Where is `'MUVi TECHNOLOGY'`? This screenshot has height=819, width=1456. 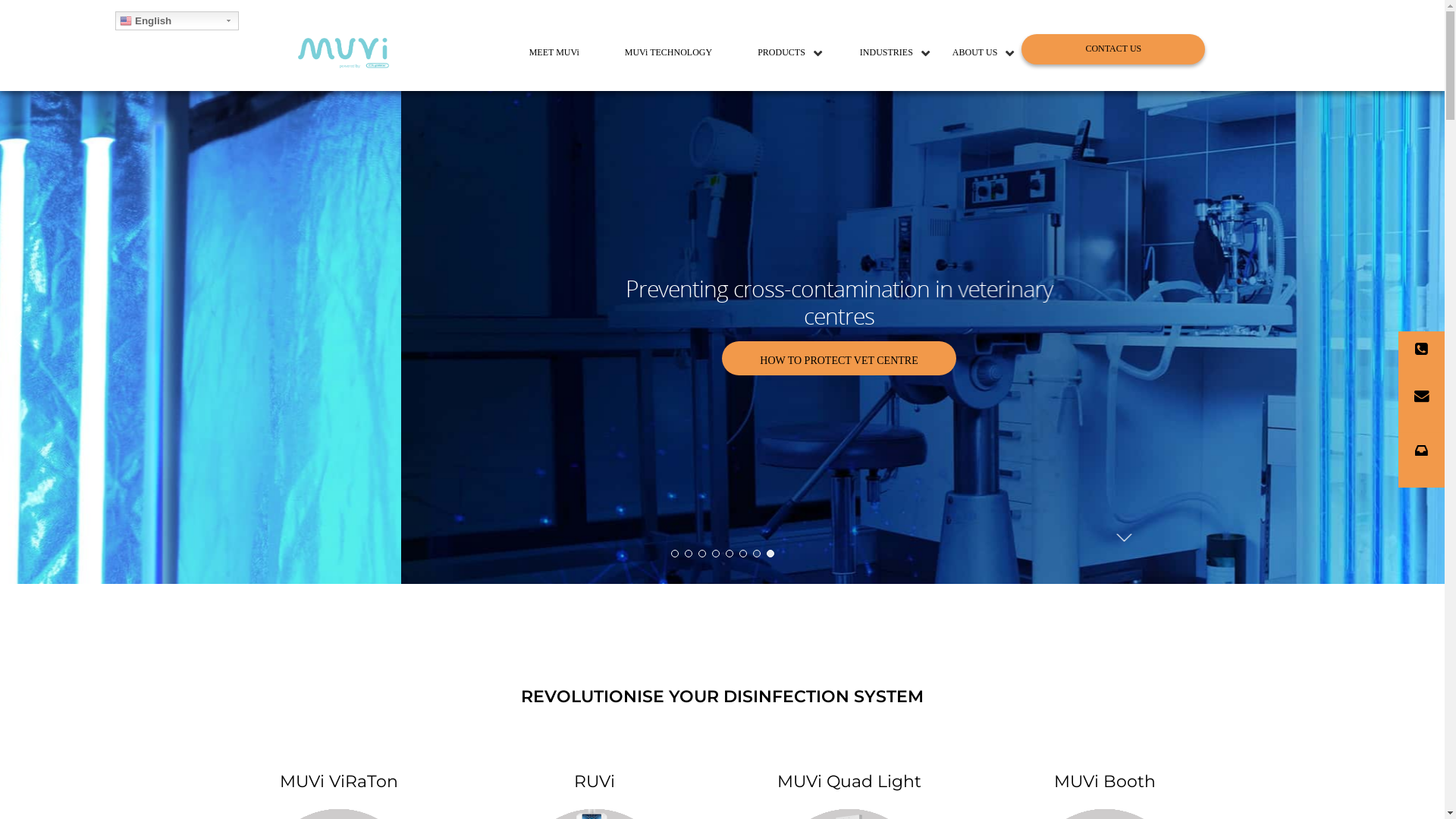
'MUVi TECHNOLOGY' is located at coordinates (667, 52).